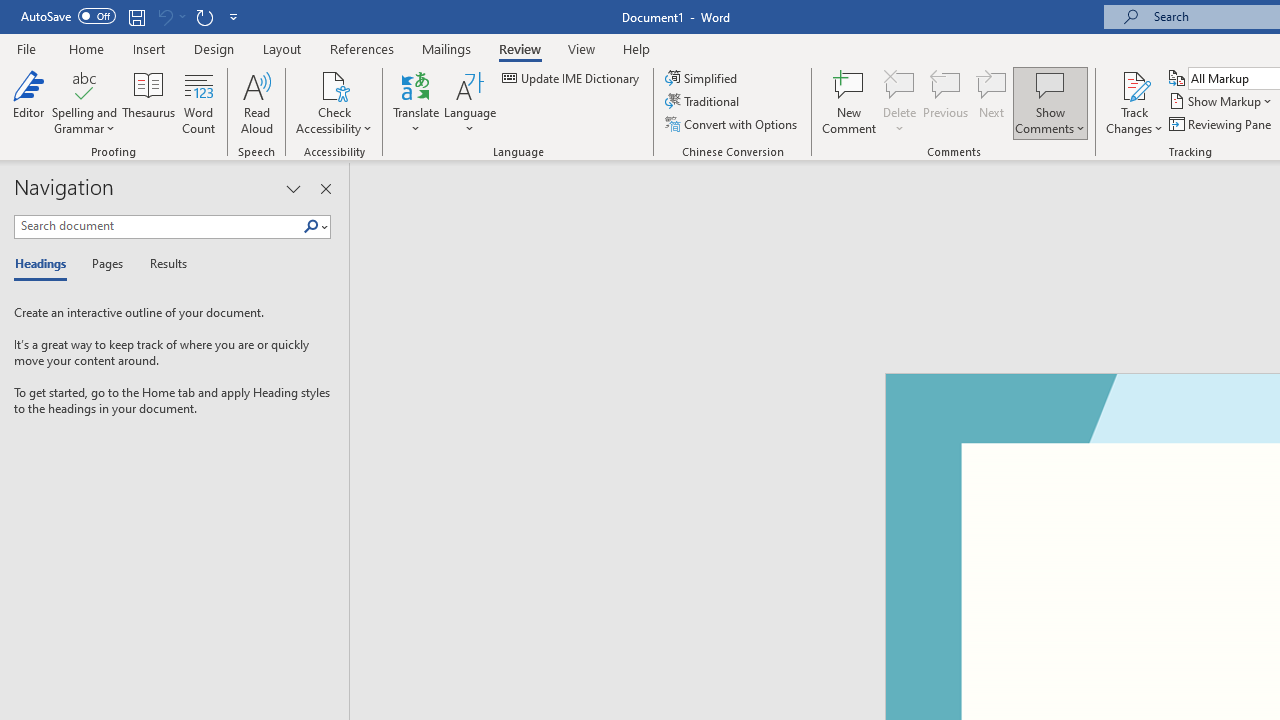 The width and height of the screenshot is (1280, 720). I want to click on 'Editor', so click(28, 103).